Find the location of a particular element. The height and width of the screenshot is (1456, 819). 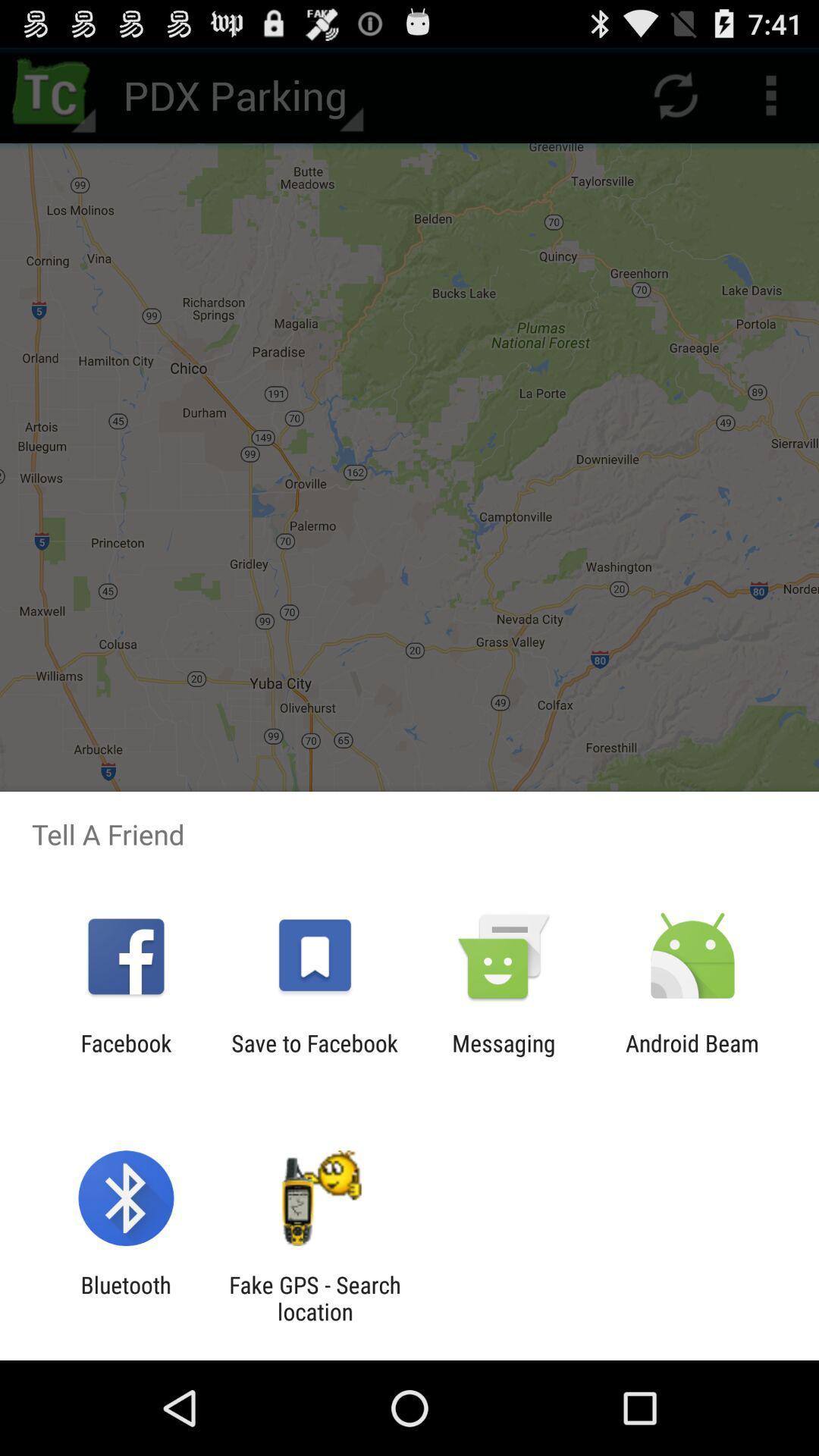

the android beam icon is located at coordinates (692, 1056).